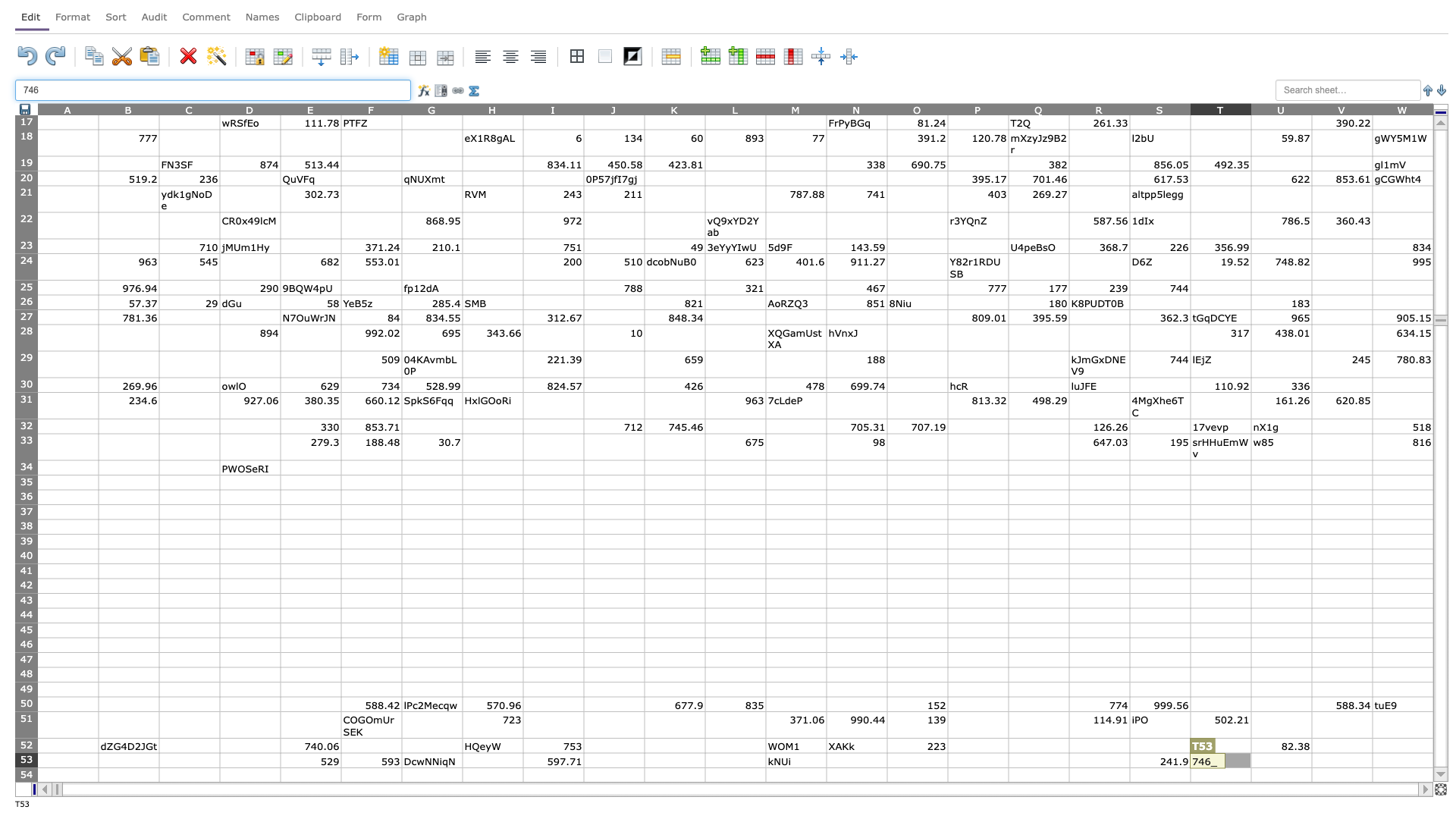 This screenshot has height=819, width=1456. I want to click on Place cursor on top left corner of W53, so click(1372, 752).